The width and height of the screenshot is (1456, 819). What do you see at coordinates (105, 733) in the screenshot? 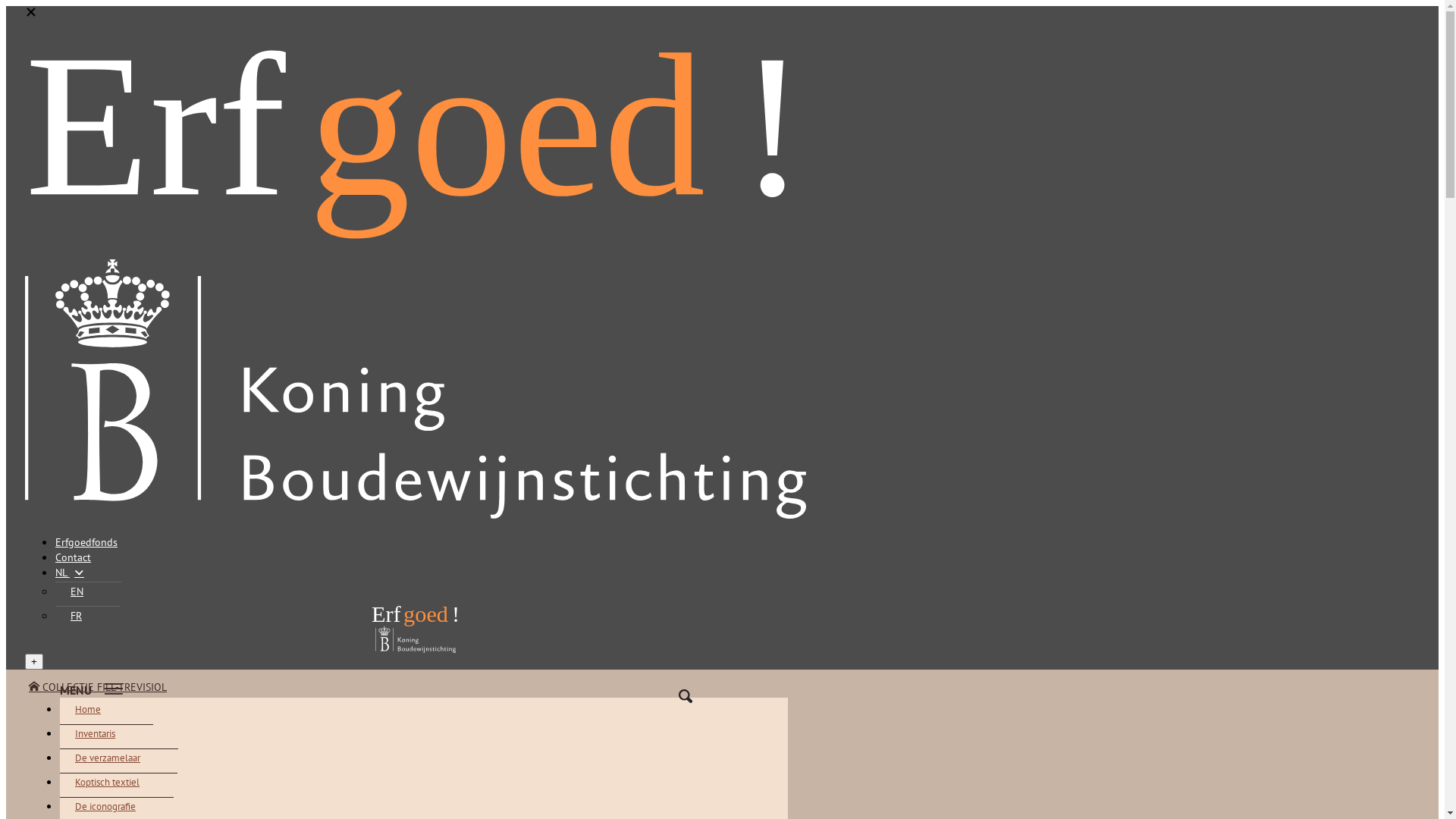
I see `'Inventaris'` at bounding box center [105, 733].